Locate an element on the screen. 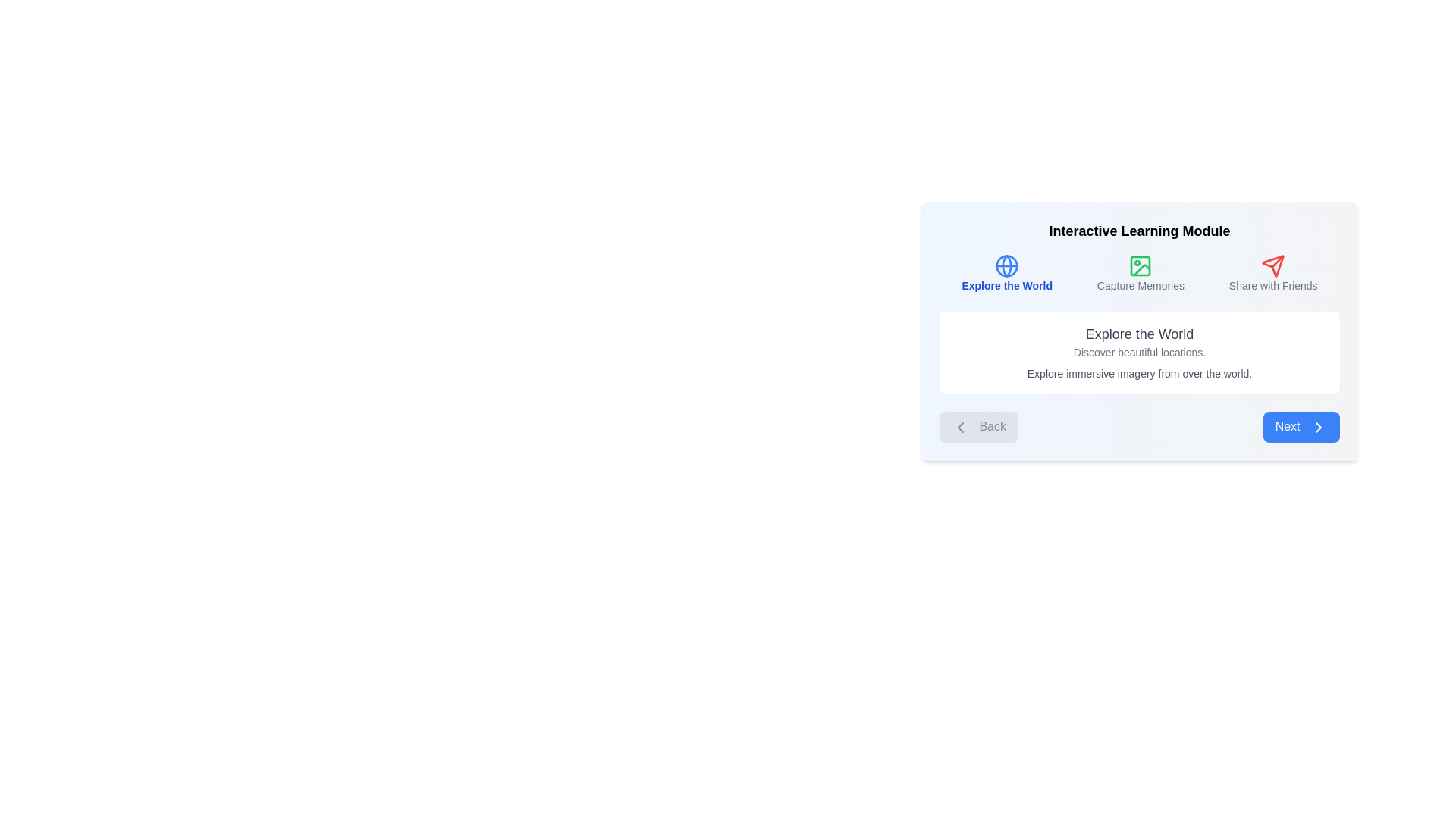 This screenshot has width=1456, height=819. the navigation button located on the far-left side of the panel by pressing Tab, then activate it by pressing Enter is located at coordinates (979, 427).